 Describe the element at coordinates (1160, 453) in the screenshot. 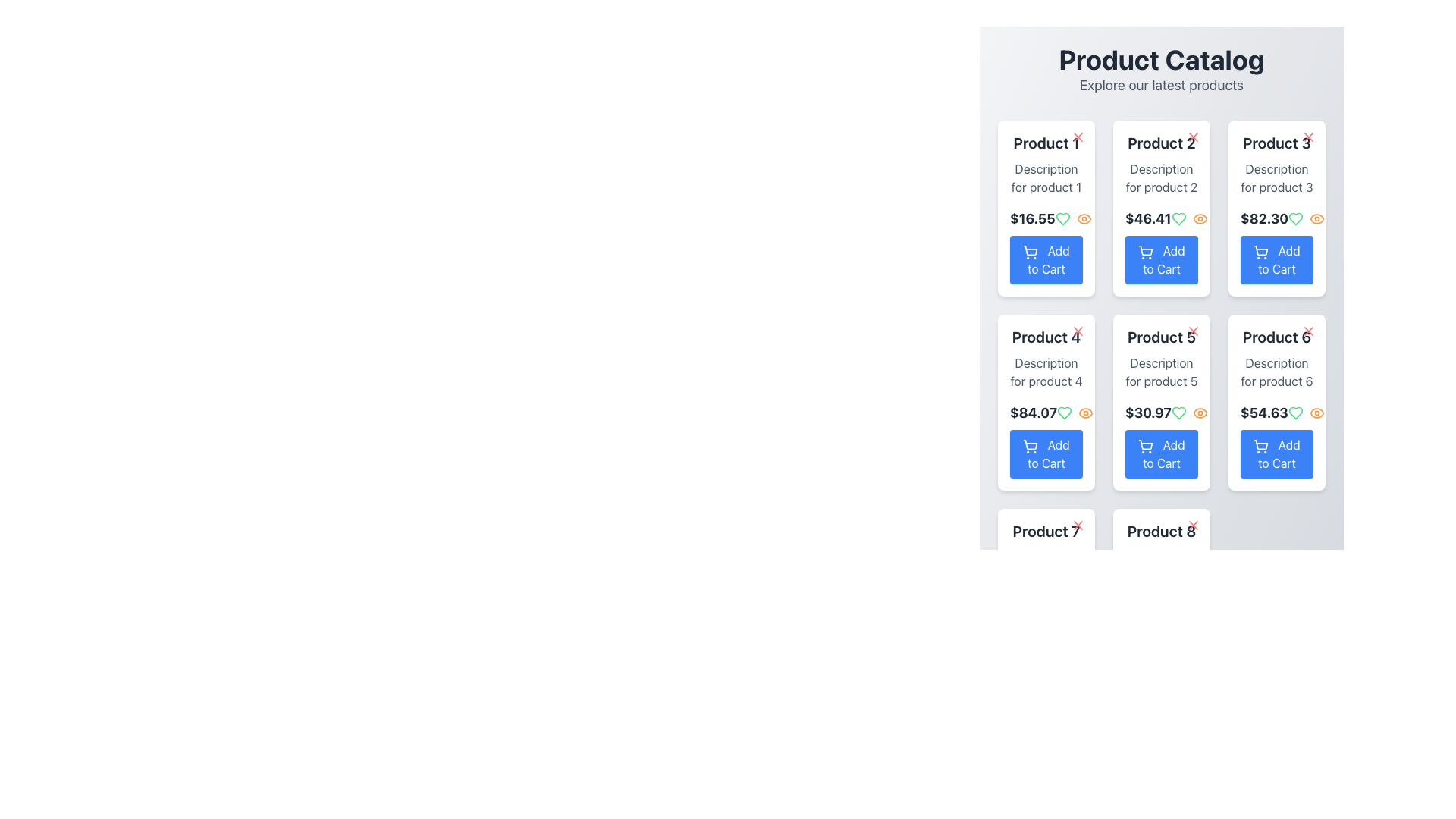

I see `the 'Add to Cart' button with a blue background and rounded edges located in the card for 'Product 5'` at that location.